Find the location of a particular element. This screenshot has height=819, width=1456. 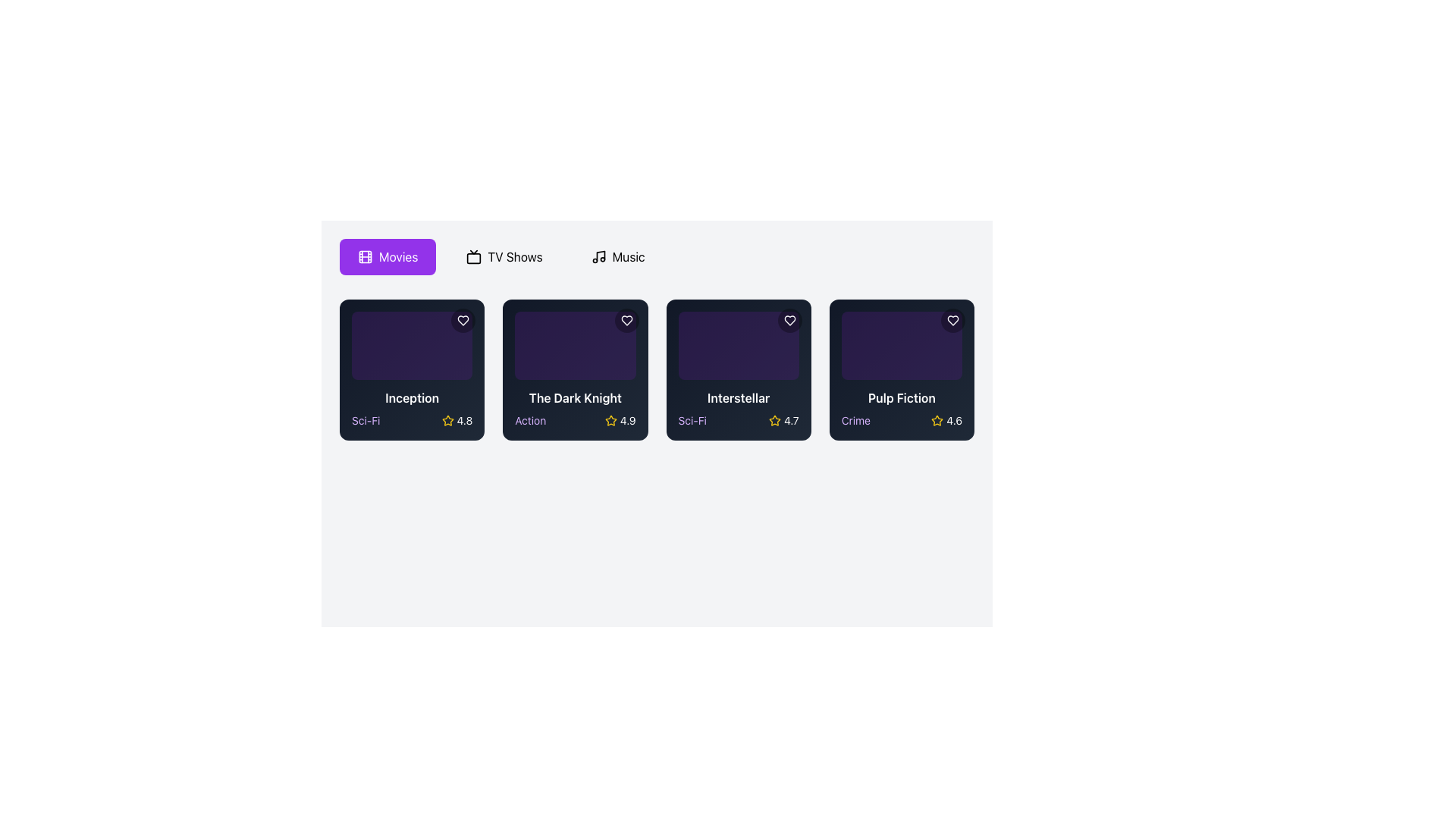

the yellow star-shaped icon with a hollow center located to the left of the rating value '4.7' in the 'Interstellar' movie card is located at coordinates (775, 420).